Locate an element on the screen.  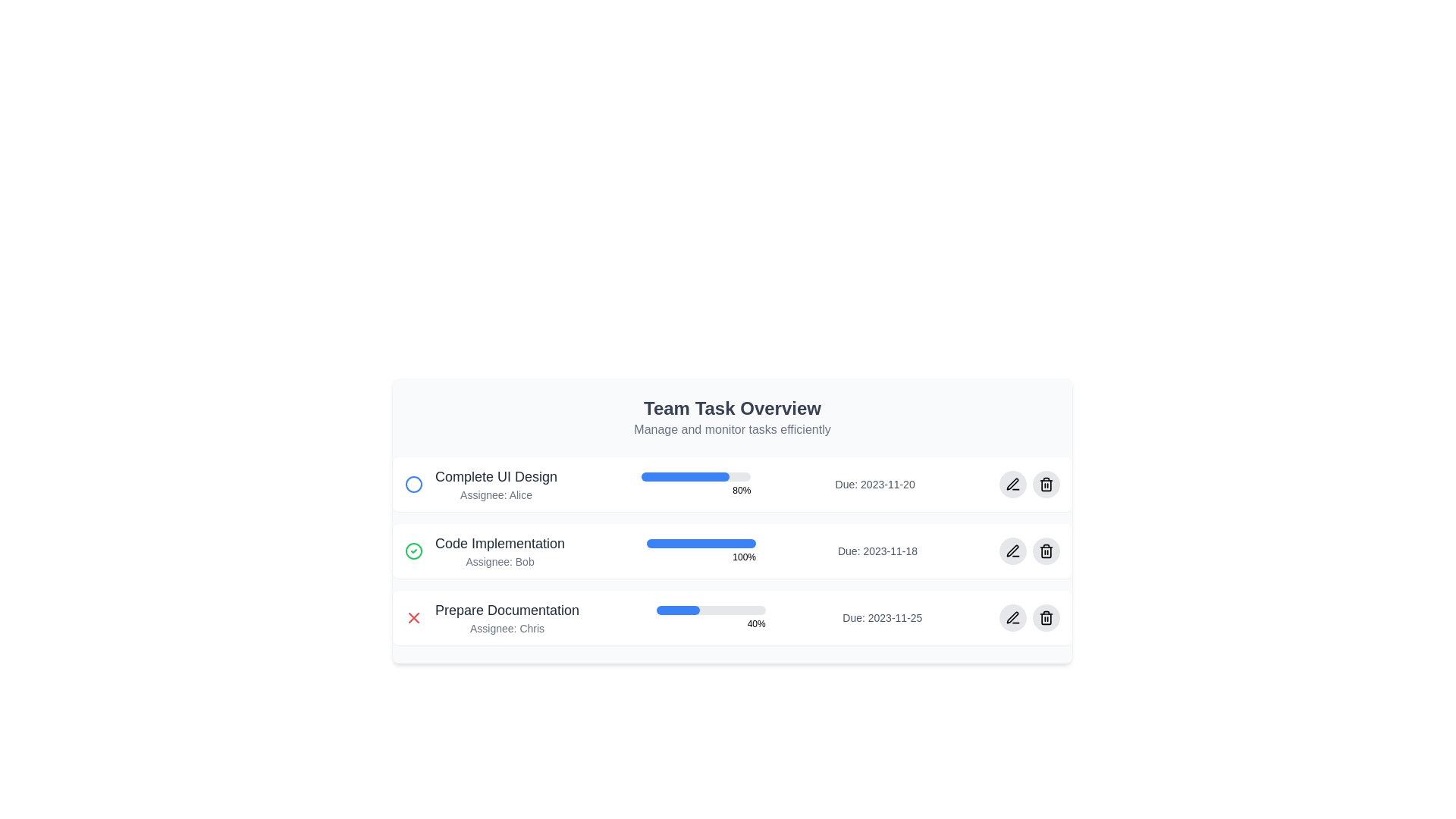
text label that displays 'Code Implementation' and 'Assignee: Bob', located in the second row of the task items list is located at coordinates (500, 551).